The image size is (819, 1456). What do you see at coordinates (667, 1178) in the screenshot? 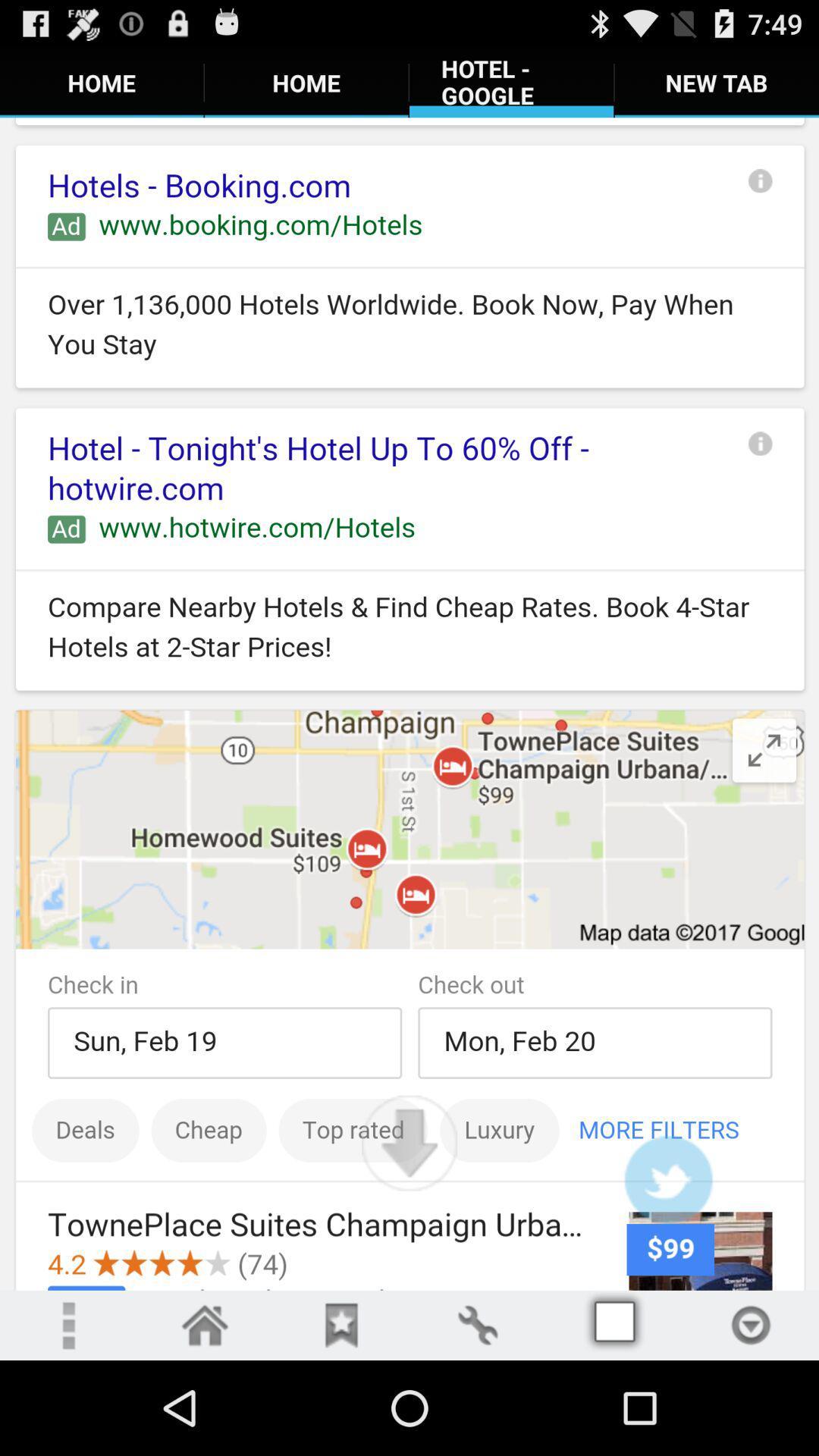
I see `twitter user` at bounding box center [667, 1178].